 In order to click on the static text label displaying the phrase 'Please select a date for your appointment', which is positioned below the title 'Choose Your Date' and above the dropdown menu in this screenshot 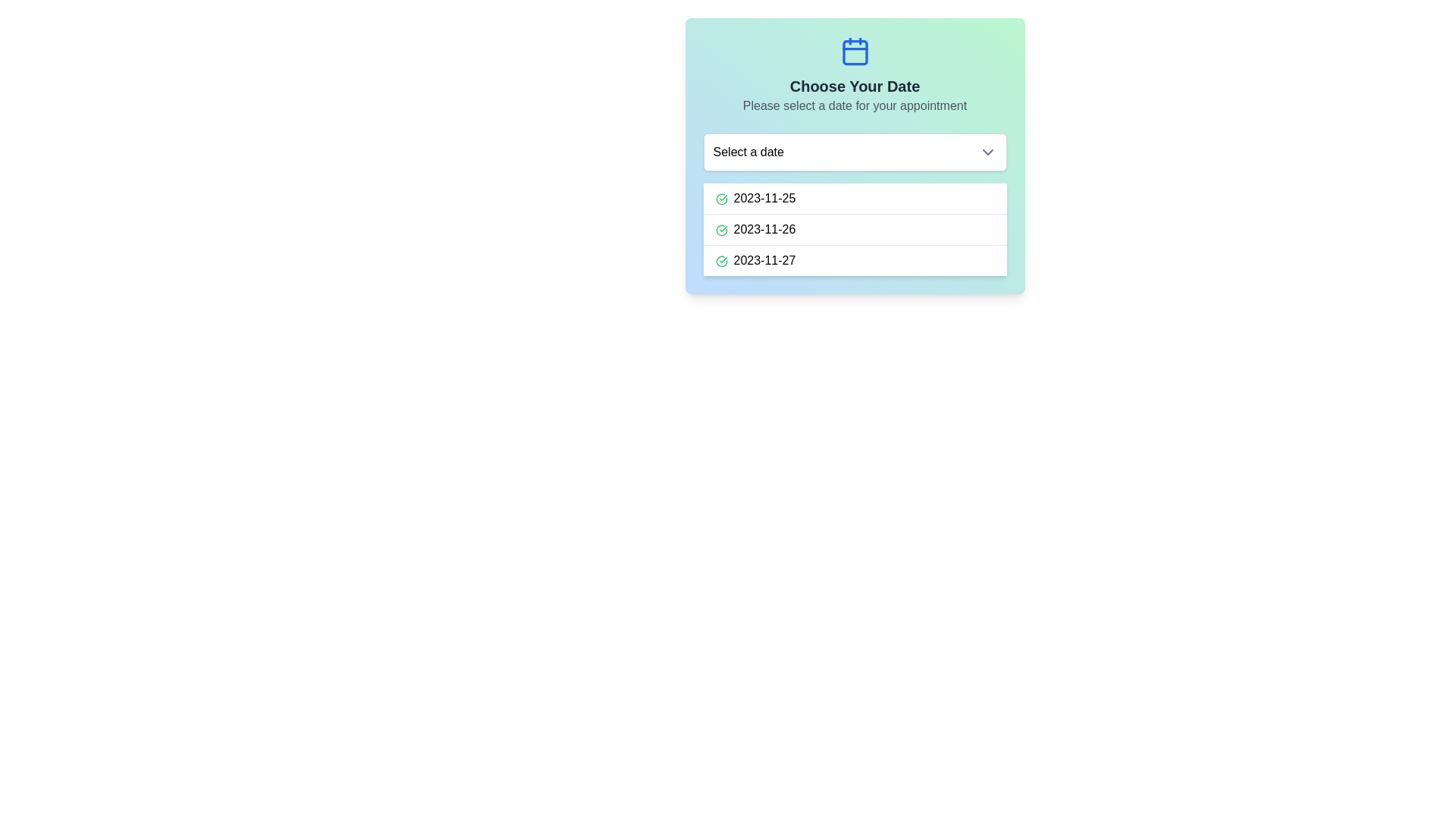, I will do `click(855, 105)`.